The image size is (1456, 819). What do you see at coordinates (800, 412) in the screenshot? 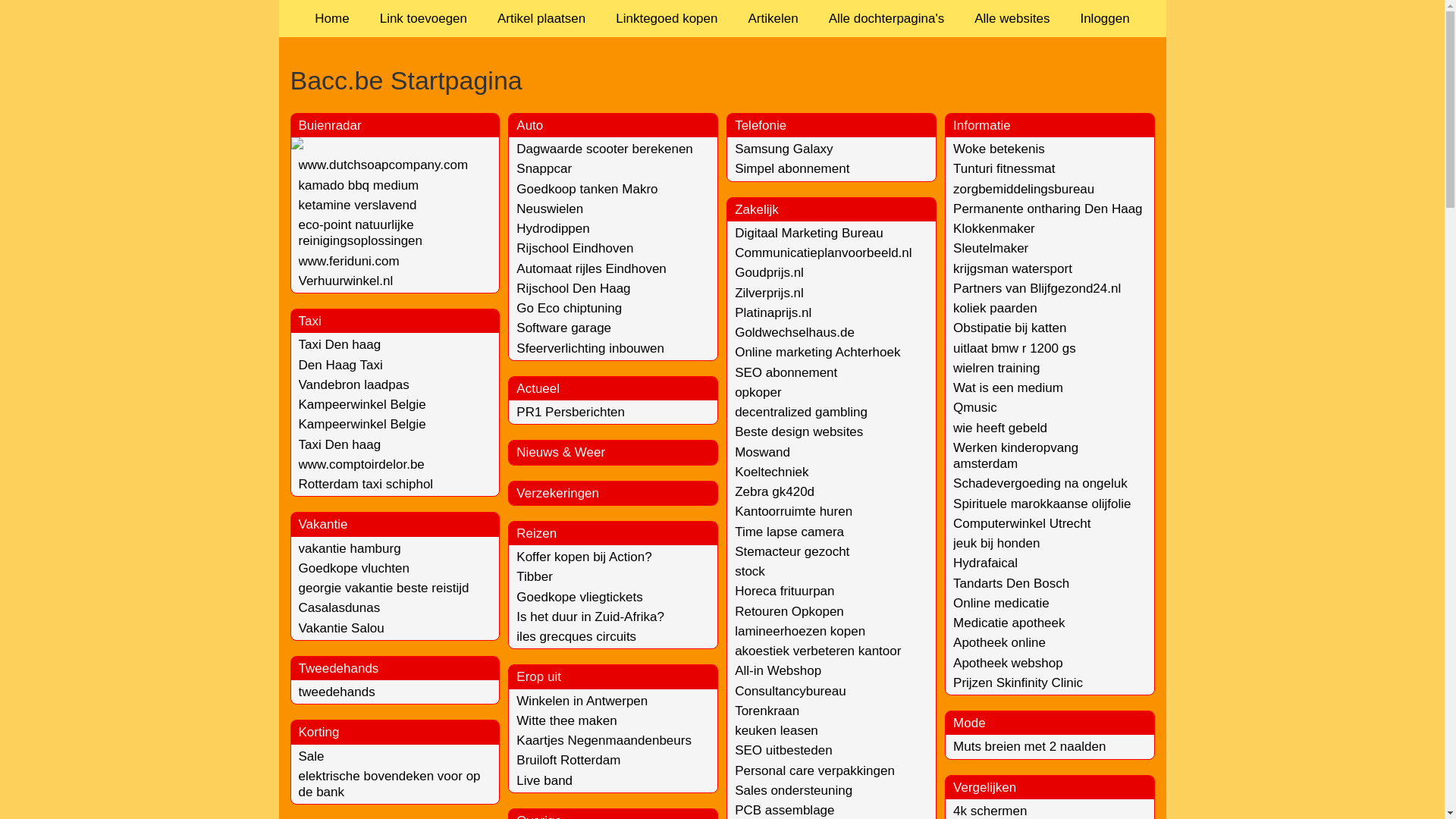
I see `'decentralized gambling'` at bounding box center [800, 412].